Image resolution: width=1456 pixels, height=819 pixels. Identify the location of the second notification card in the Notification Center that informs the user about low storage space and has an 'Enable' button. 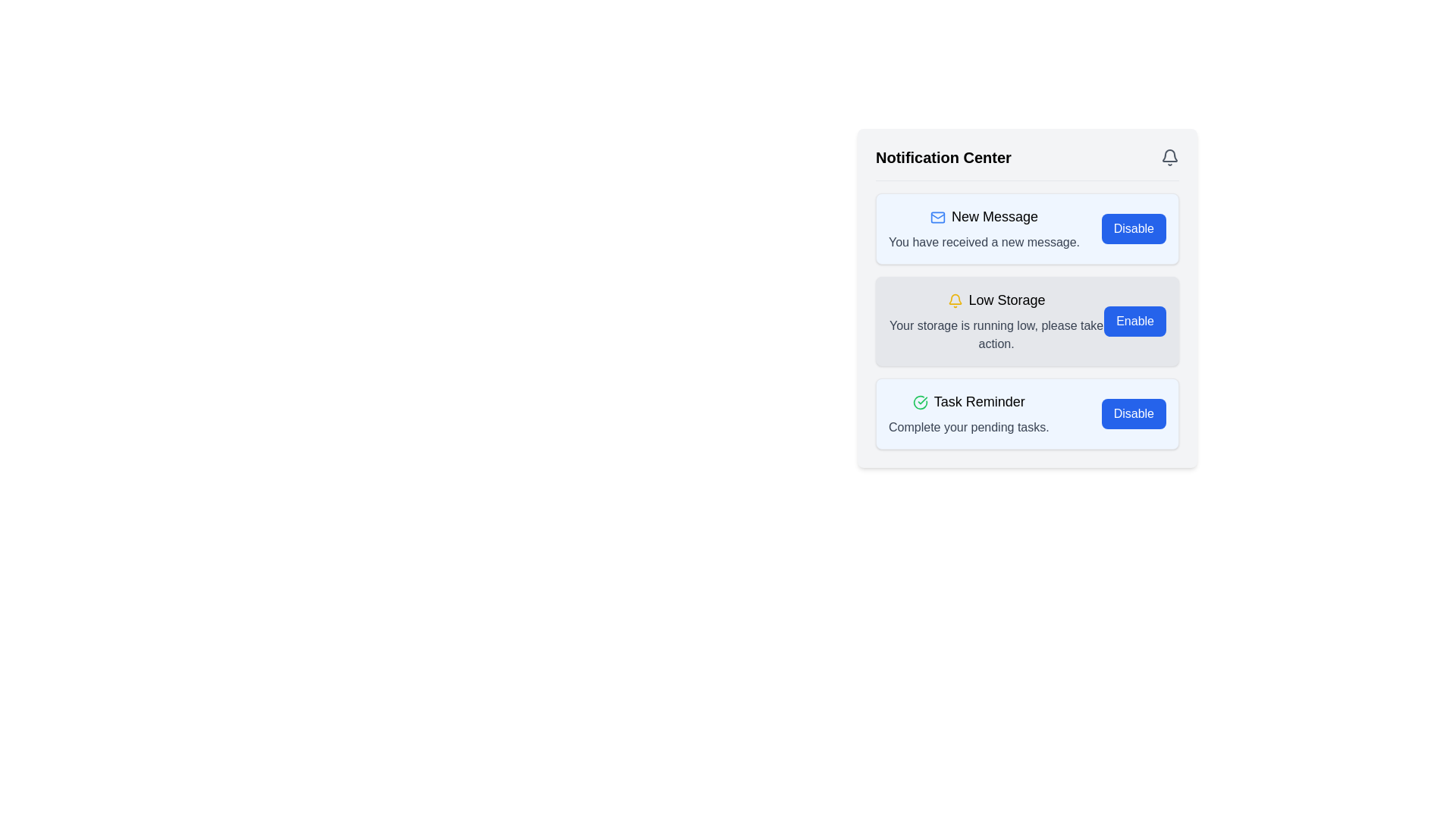
(1027, 321).